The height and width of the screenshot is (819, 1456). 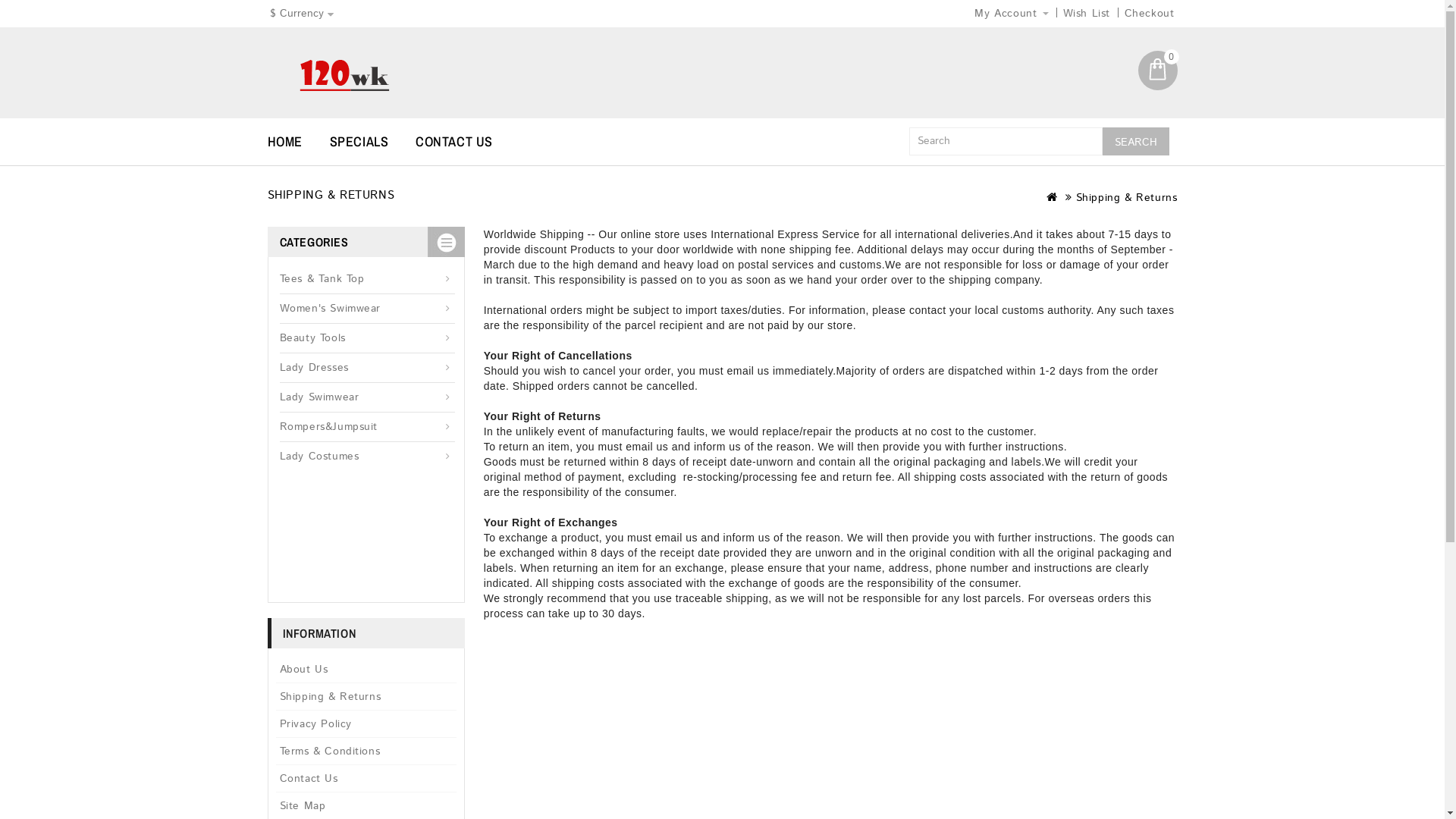 I want to click on 'HOME', so click(x=266, y=141).